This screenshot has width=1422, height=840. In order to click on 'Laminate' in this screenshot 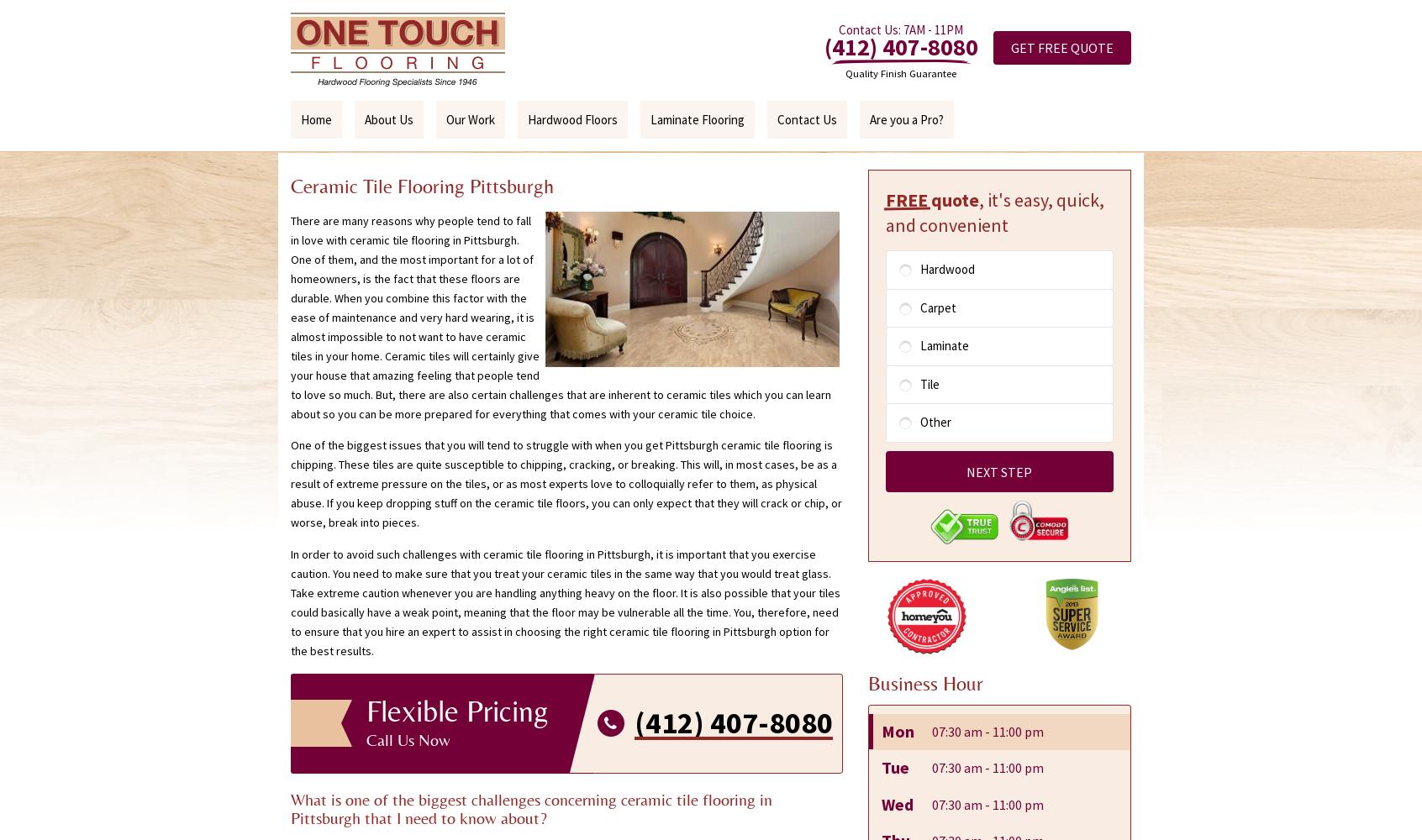, I will do `click(919, 345)`.